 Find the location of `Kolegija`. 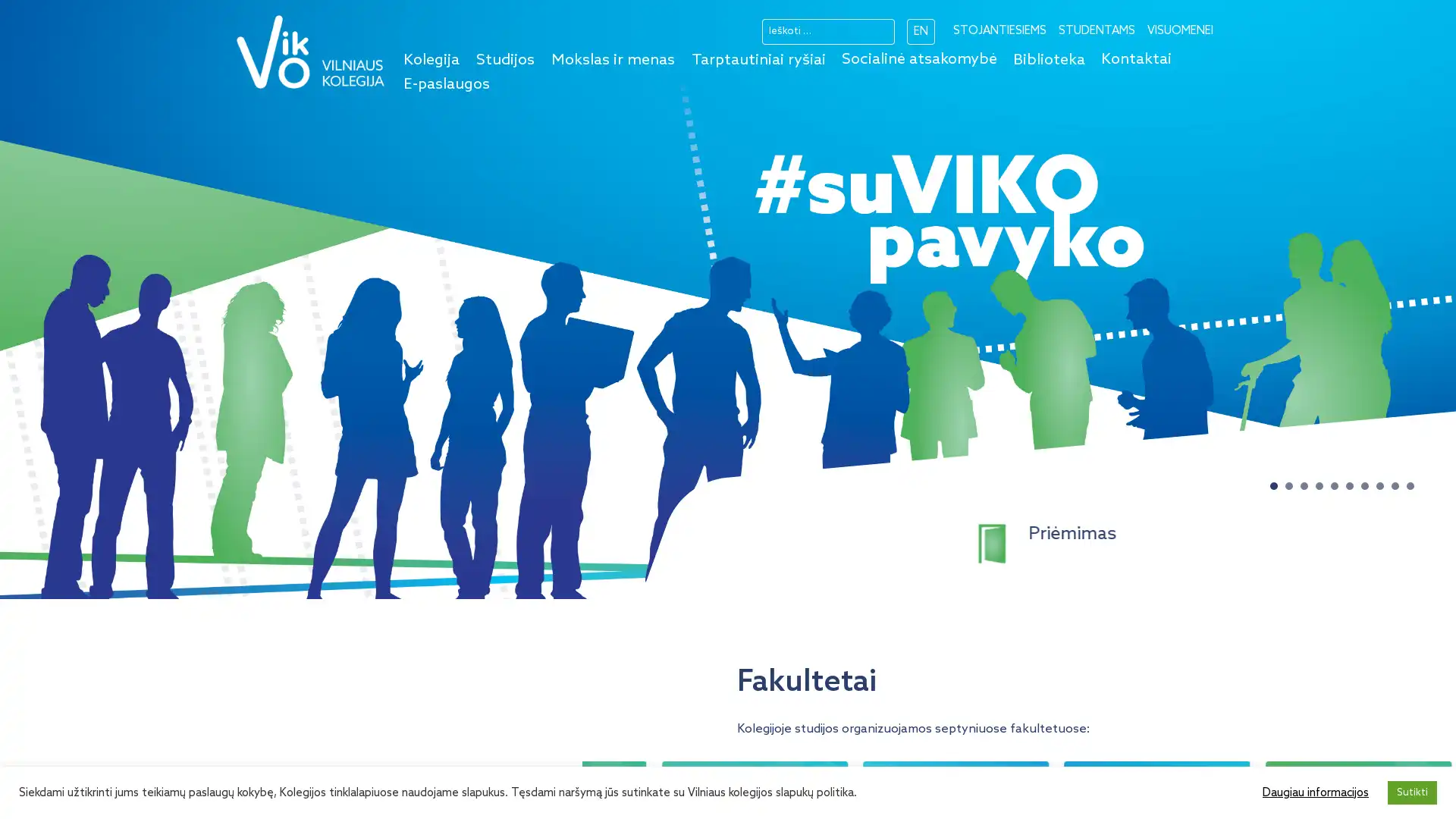

Kolegija is located at coordinates (431, 60).